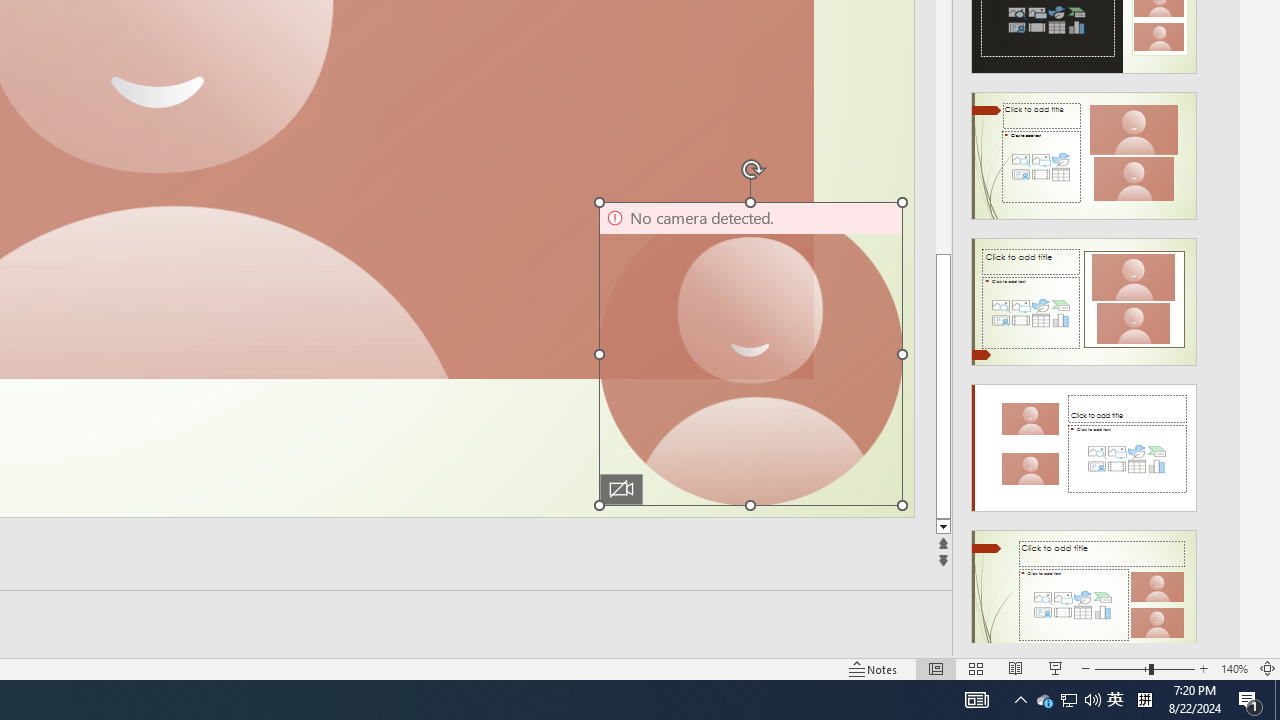  What do you see at coordinates (1015, 669) in the screenshot?
I see `'Reading View'` at bounding box center [1015, 669].